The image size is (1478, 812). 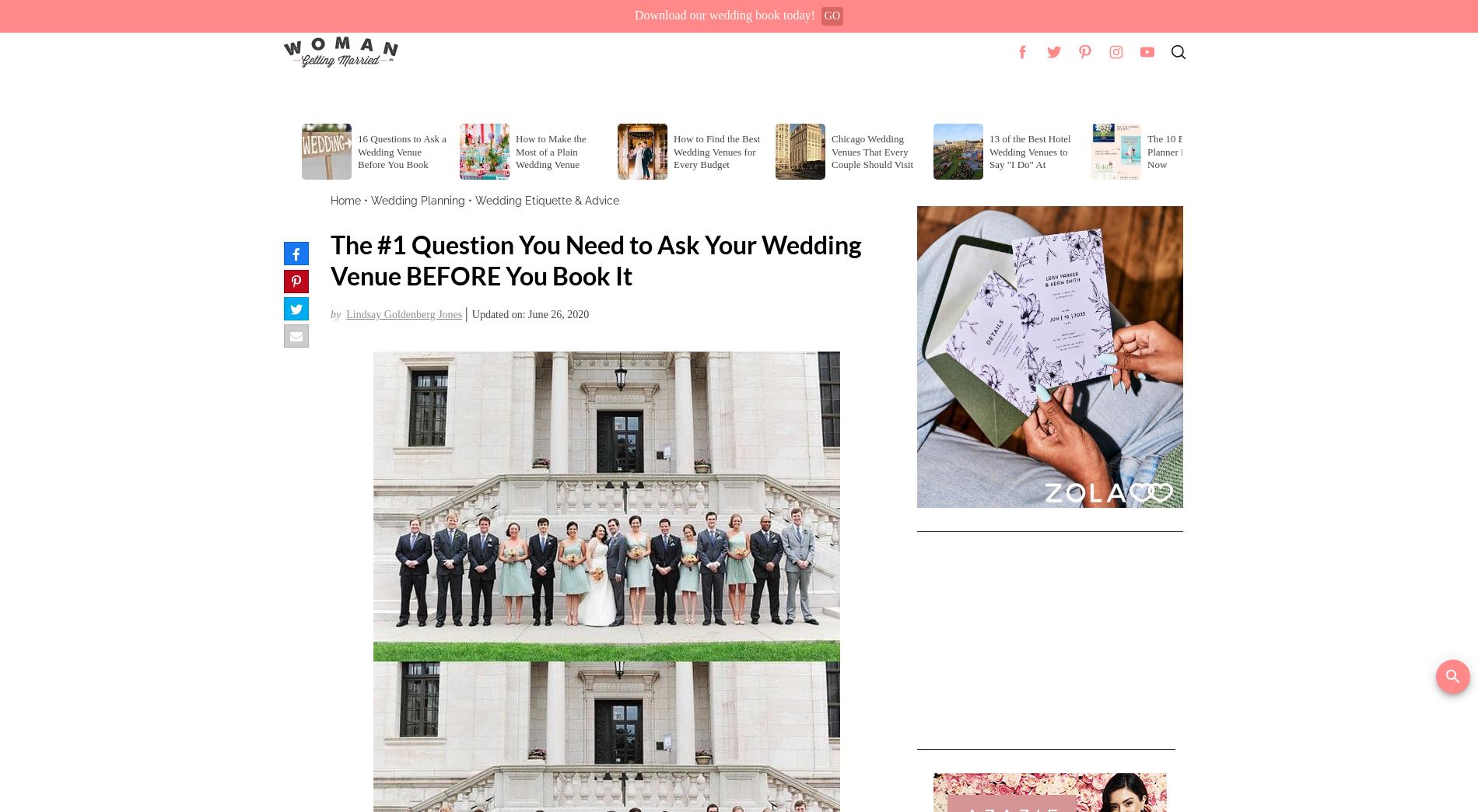 I want to click on 'Ceremony + Reception', so click(x=456, y=93).